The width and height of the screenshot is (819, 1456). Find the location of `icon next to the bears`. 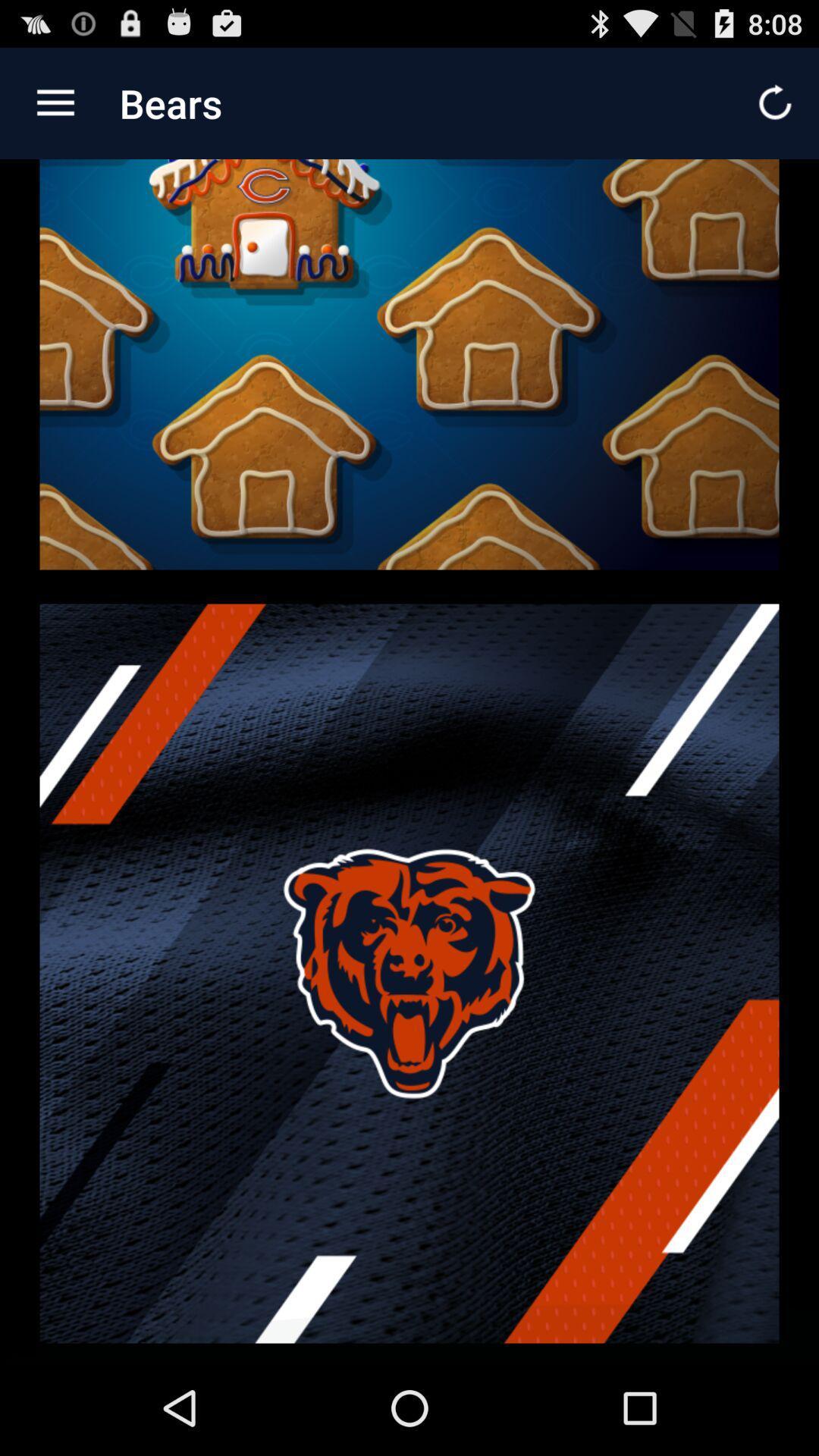

icon next to the bears is located at coordinates (55, 102).